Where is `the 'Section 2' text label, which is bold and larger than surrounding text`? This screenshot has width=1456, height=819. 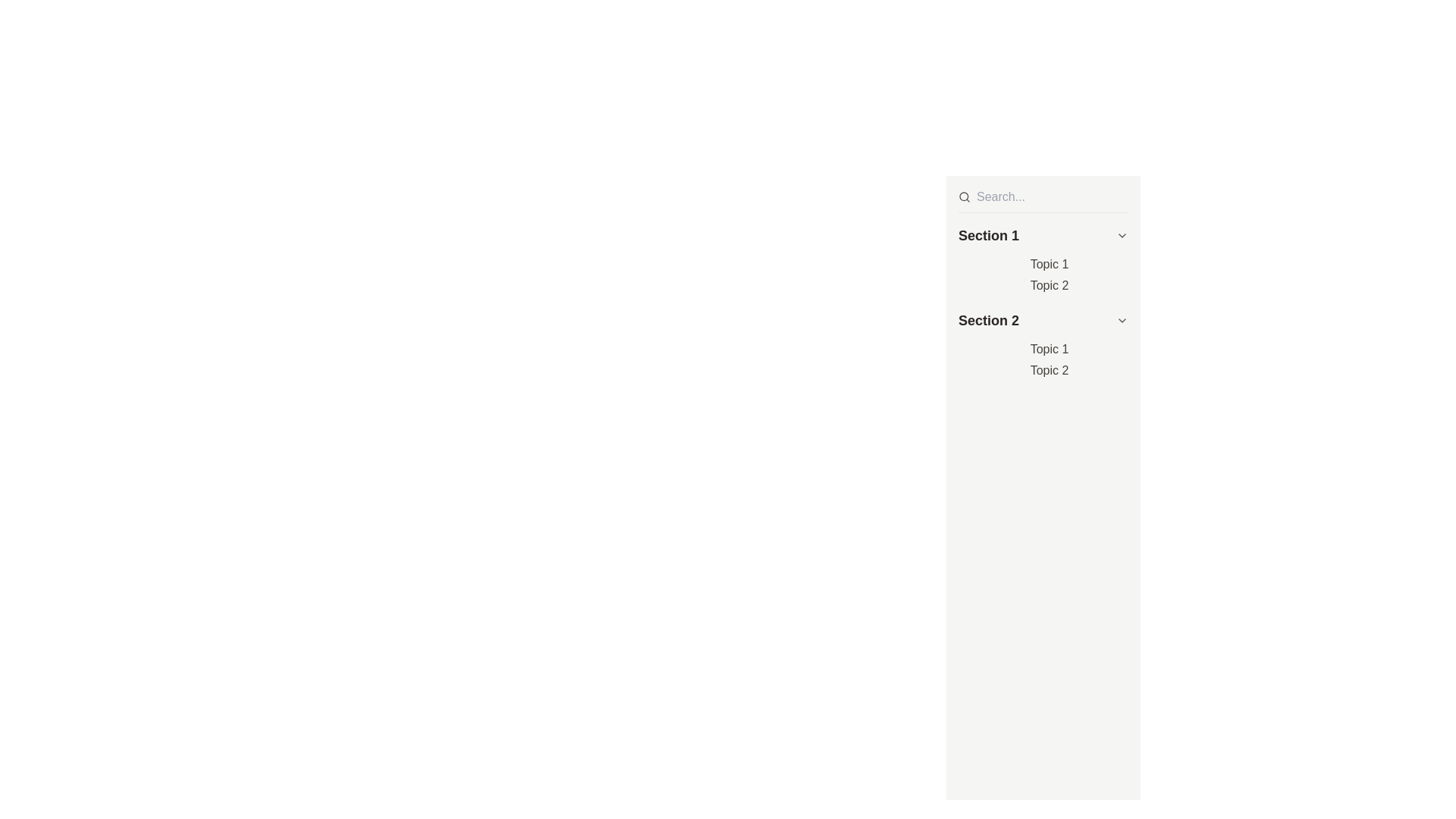 the 'Section 2' text label, which is bold and larger than surrounding text is located at coordinates (989, 320).